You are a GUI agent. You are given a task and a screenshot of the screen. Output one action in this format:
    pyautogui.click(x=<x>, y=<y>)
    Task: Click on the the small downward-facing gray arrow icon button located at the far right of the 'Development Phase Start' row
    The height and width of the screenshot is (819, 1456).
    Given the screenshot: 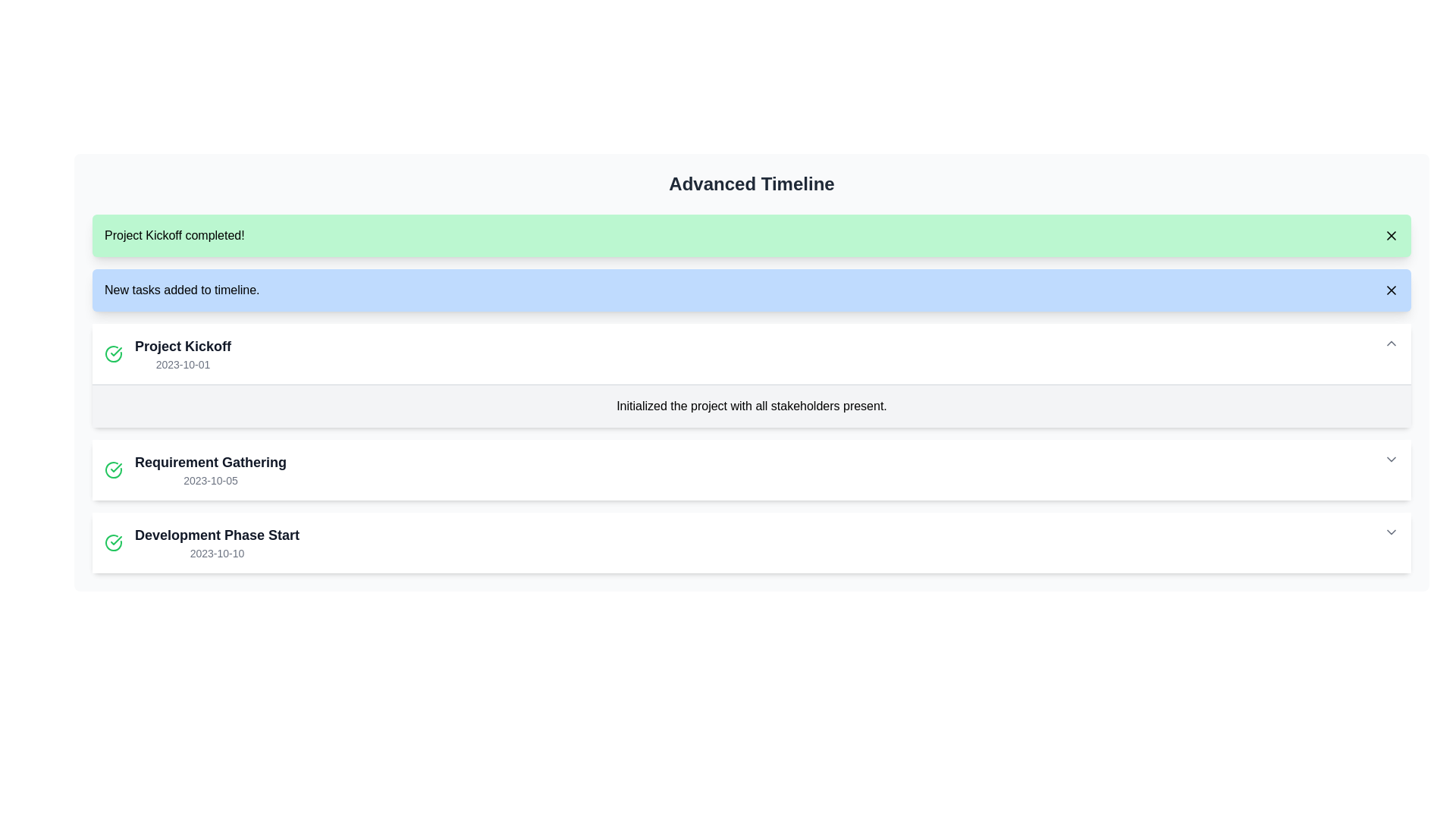 What is the action you would take?
    pyautogui.click(x=1391, y=532)
    